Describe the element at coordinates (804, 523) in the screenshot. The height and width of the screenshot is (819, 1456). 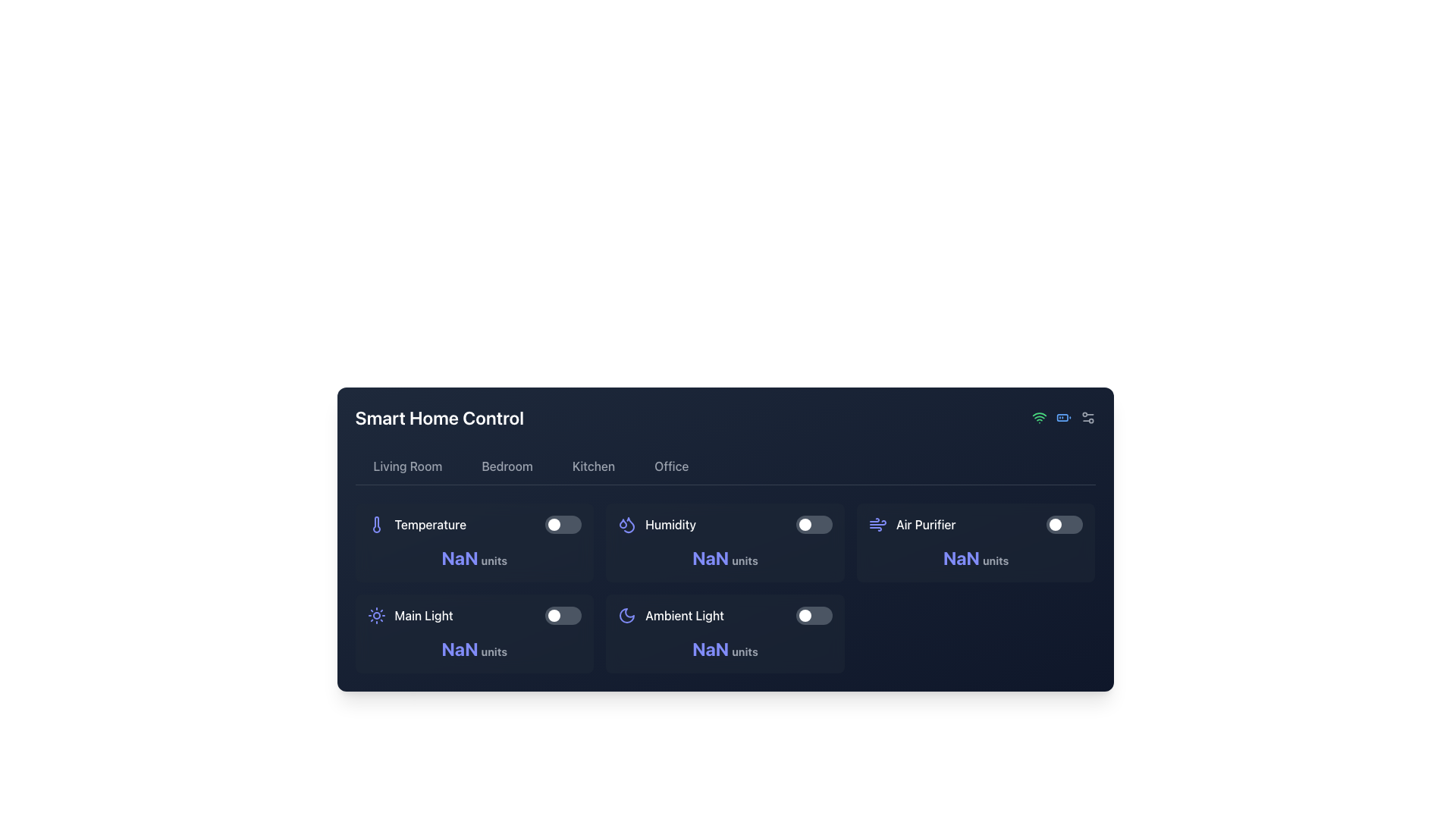
I see `the toggle marker within the toggle switch in the control panel to indicate its current state` at that location.